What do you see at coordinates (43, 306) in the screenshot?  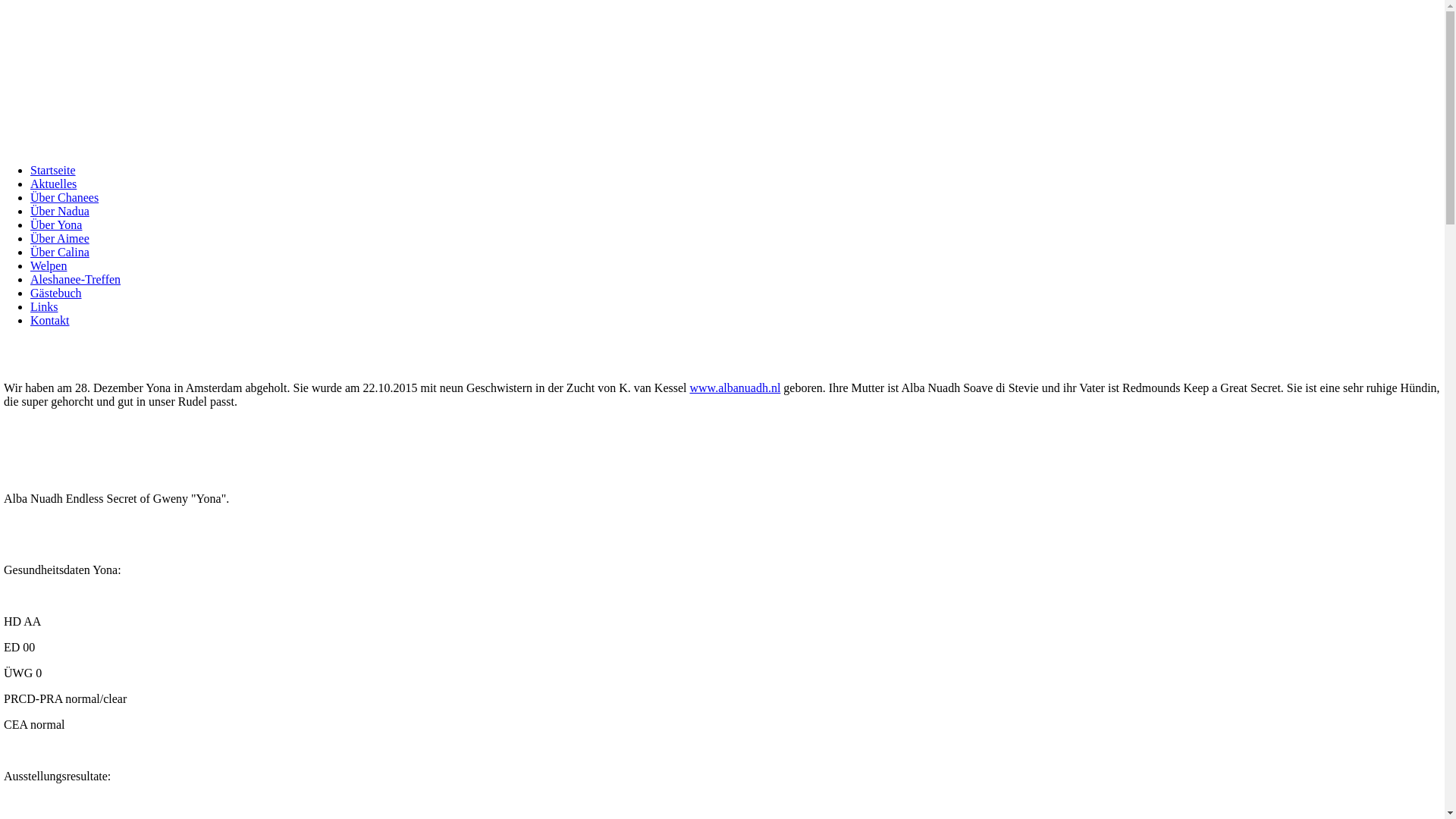 I see `'Links'` at bounding box center [43, 306].